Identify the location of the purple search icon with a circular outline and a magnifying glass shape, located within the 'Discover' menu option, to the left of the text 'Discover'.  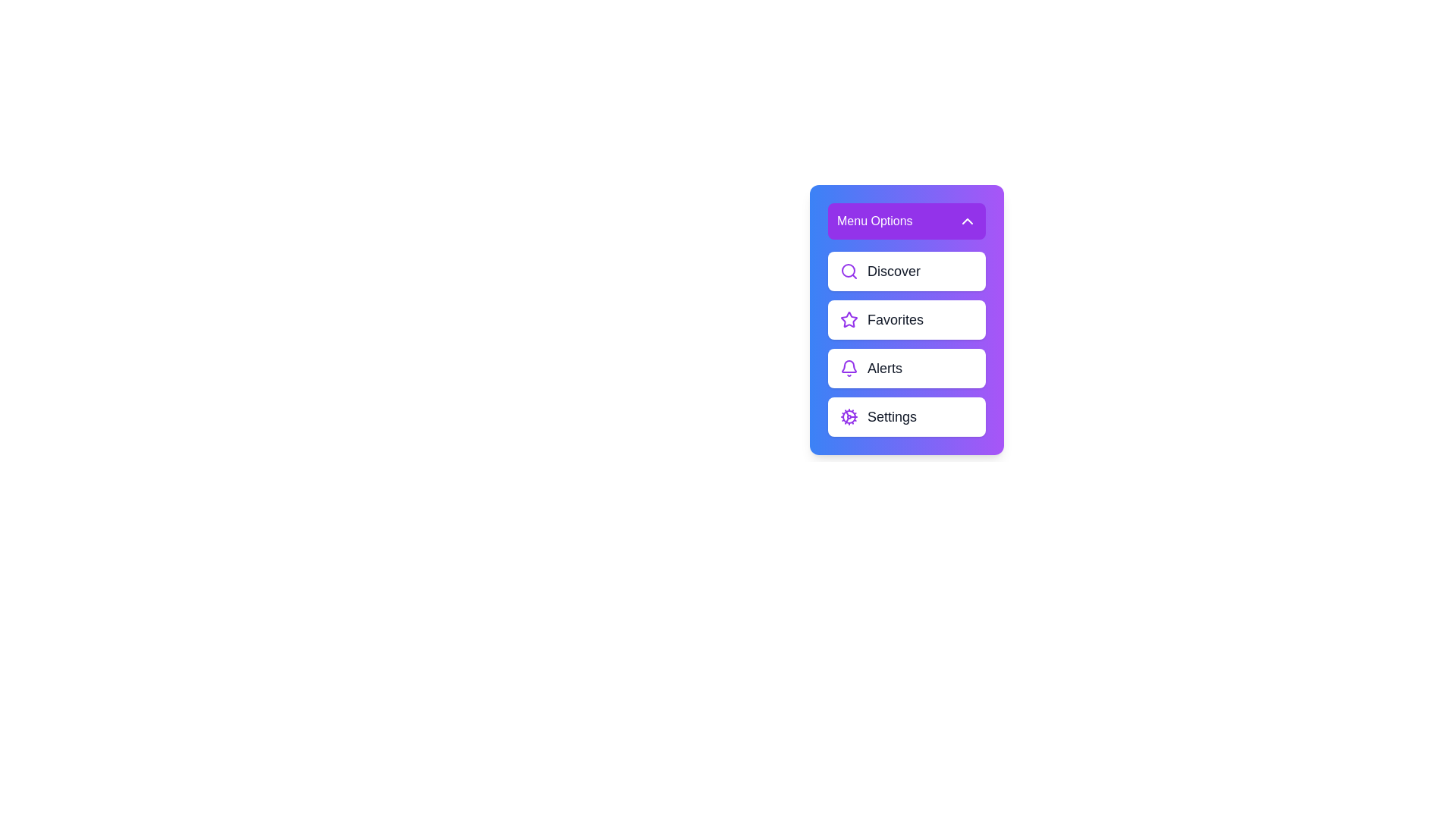
(848, 271).